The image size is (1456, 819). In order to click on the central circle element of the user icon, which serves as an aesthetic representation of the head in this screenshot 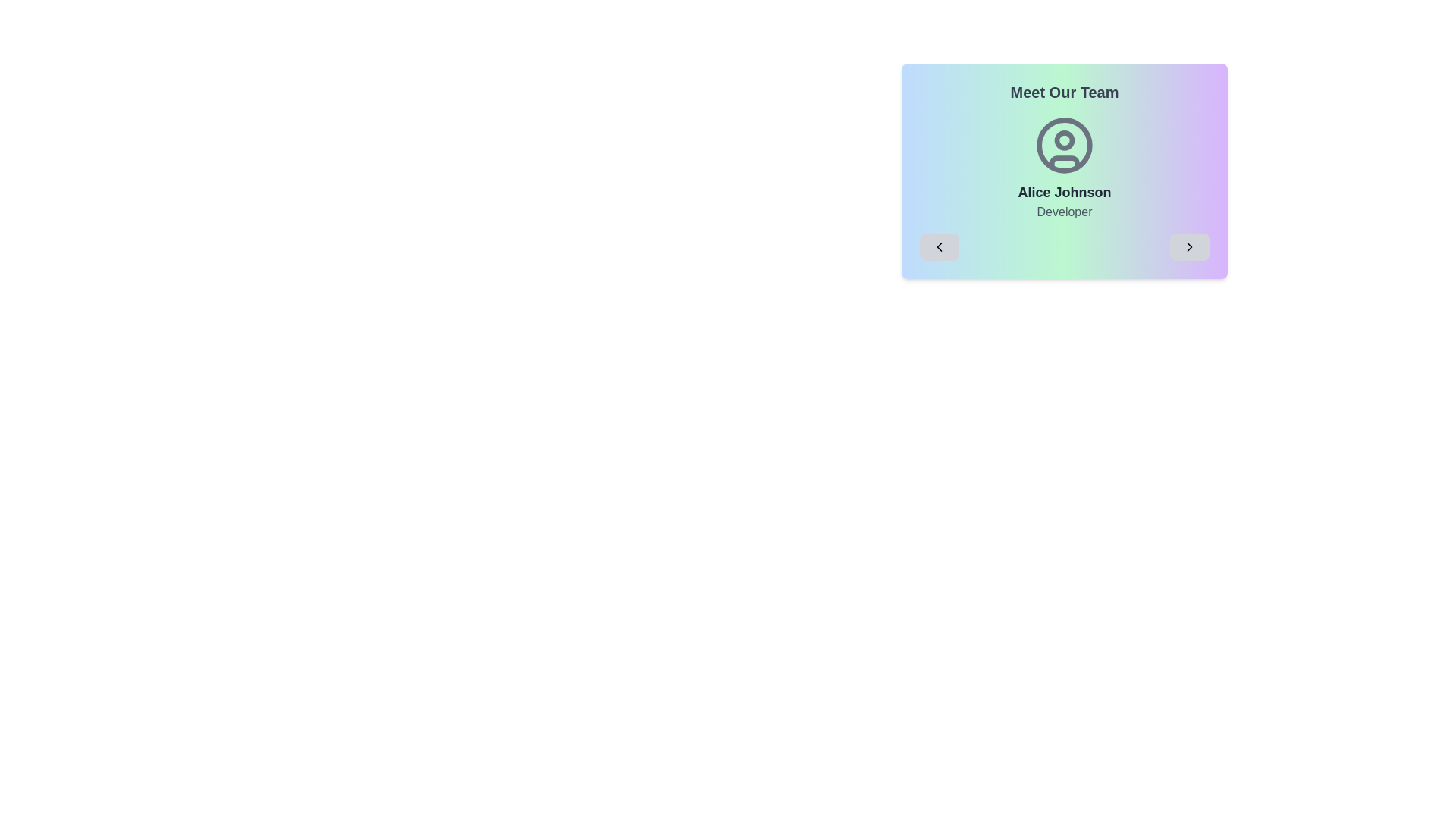, I will do `click(1063, 146)`.